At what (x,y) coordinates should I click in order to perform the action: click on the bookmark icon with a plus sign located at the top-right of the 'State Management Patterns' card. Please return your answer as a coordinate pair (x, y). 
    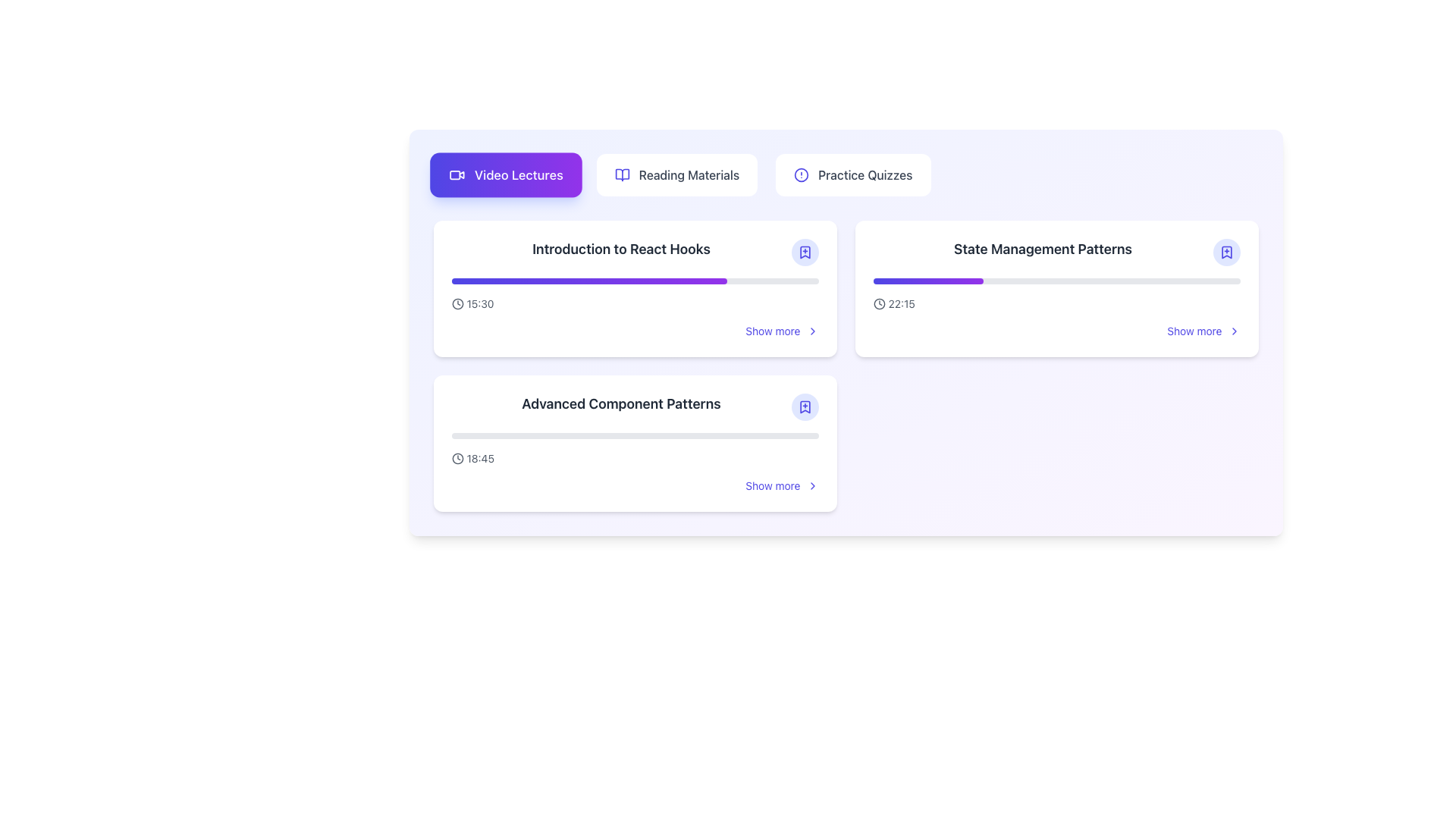
    Looking at the image, I should click on (1226, 251).